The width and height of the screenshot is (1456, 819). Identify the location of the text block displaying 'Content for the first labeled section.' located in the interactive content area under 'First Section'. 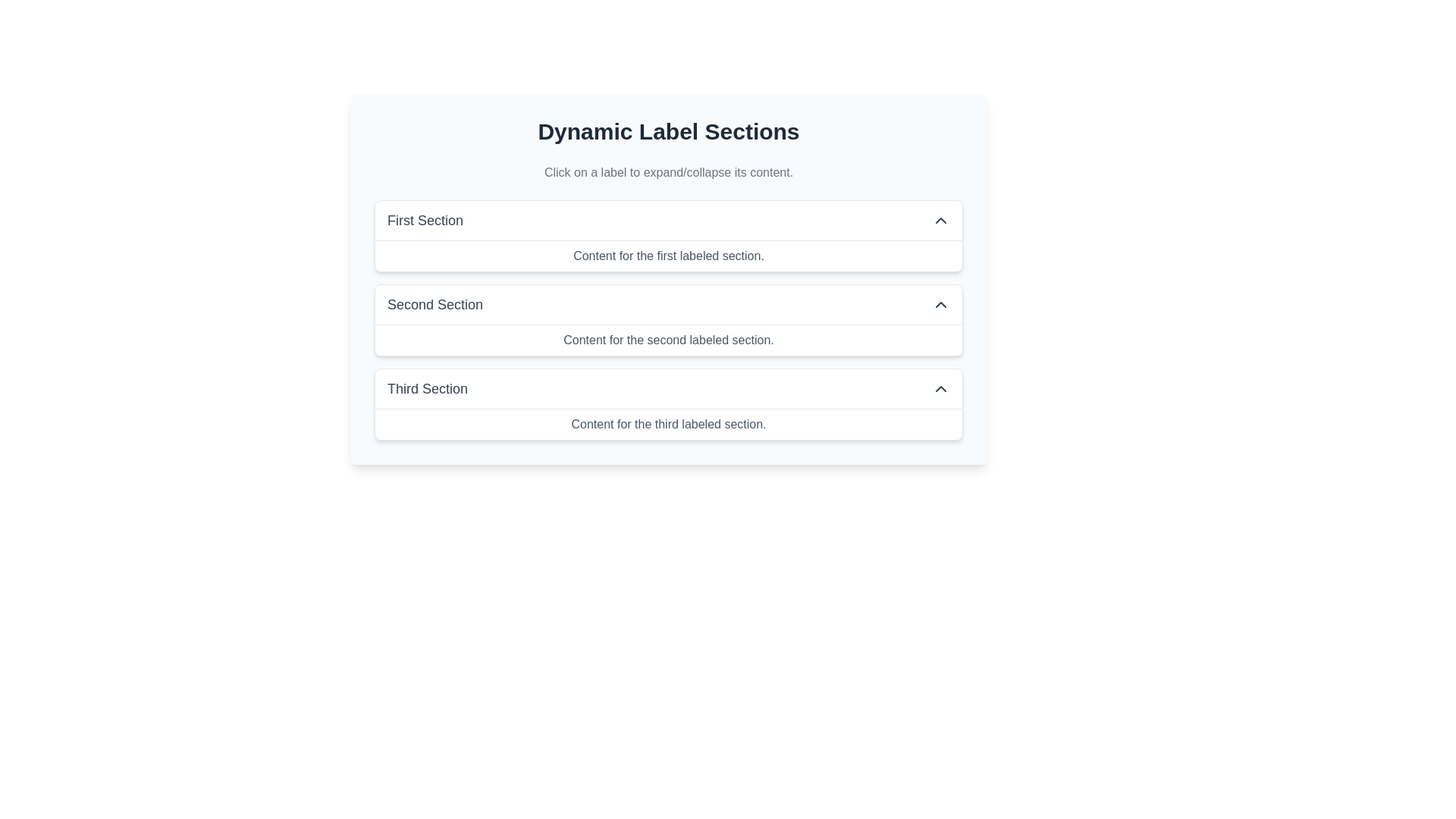
(668, 255).